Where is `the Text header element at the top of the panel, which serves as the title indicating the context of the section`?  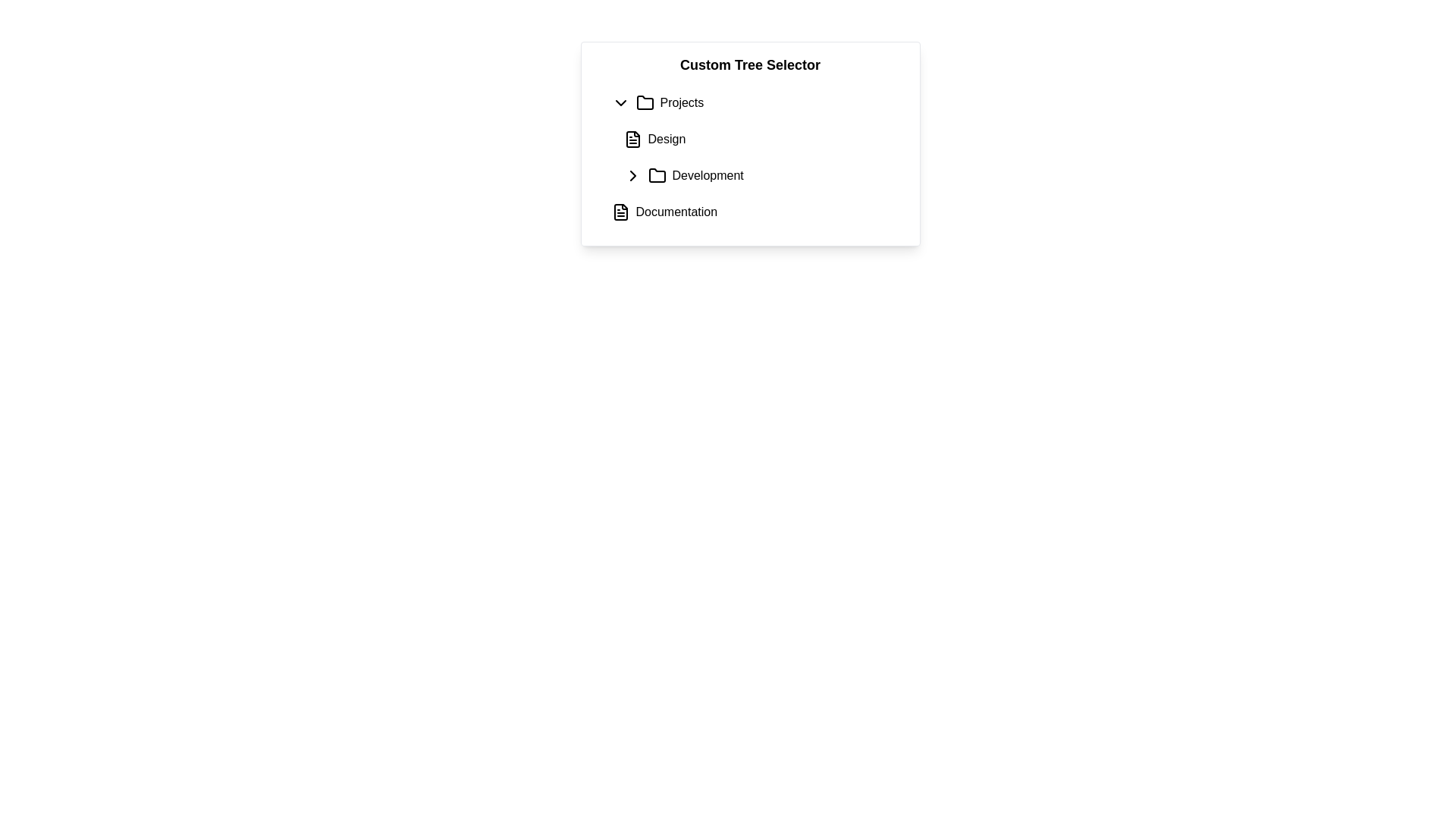
the Text header element at the top of the panel, which serves as the title indicating the context of the section is located at coordinates (750, 64).